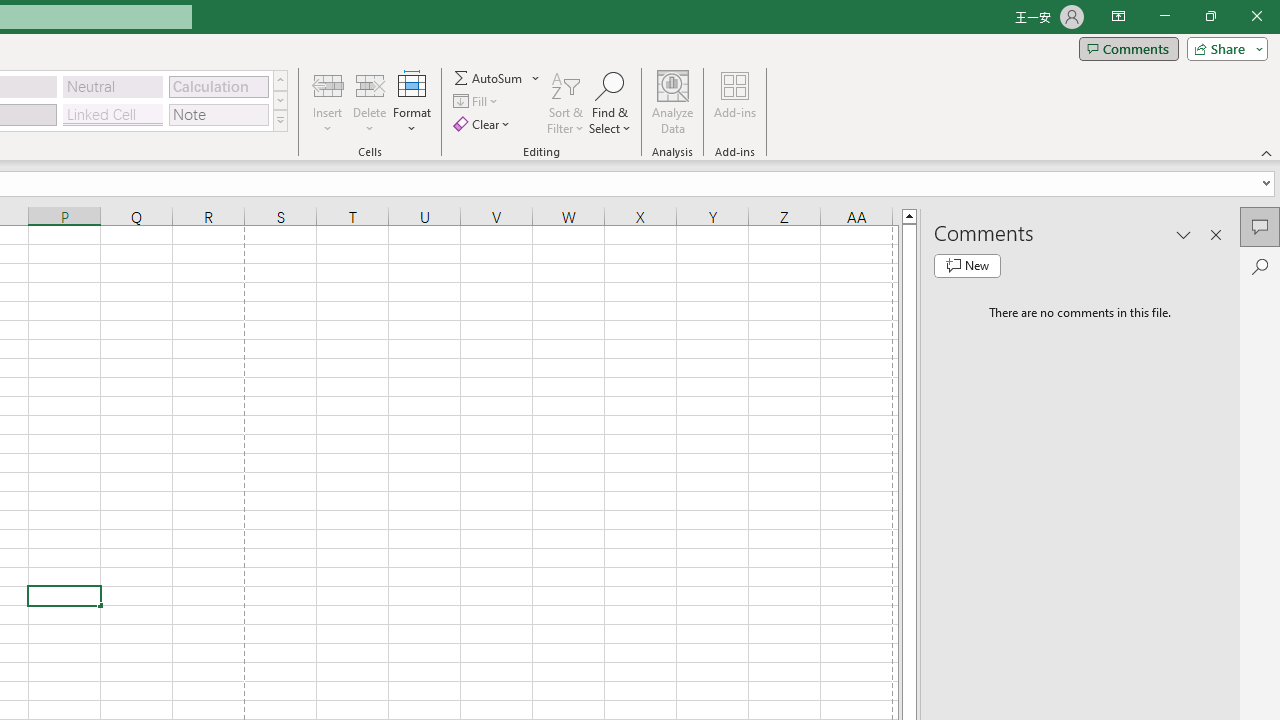 This screenshot has height=720, width=1280. Describe the element at coordinates (1222, 47) in the screenshot. I see `'Share'` at that location.